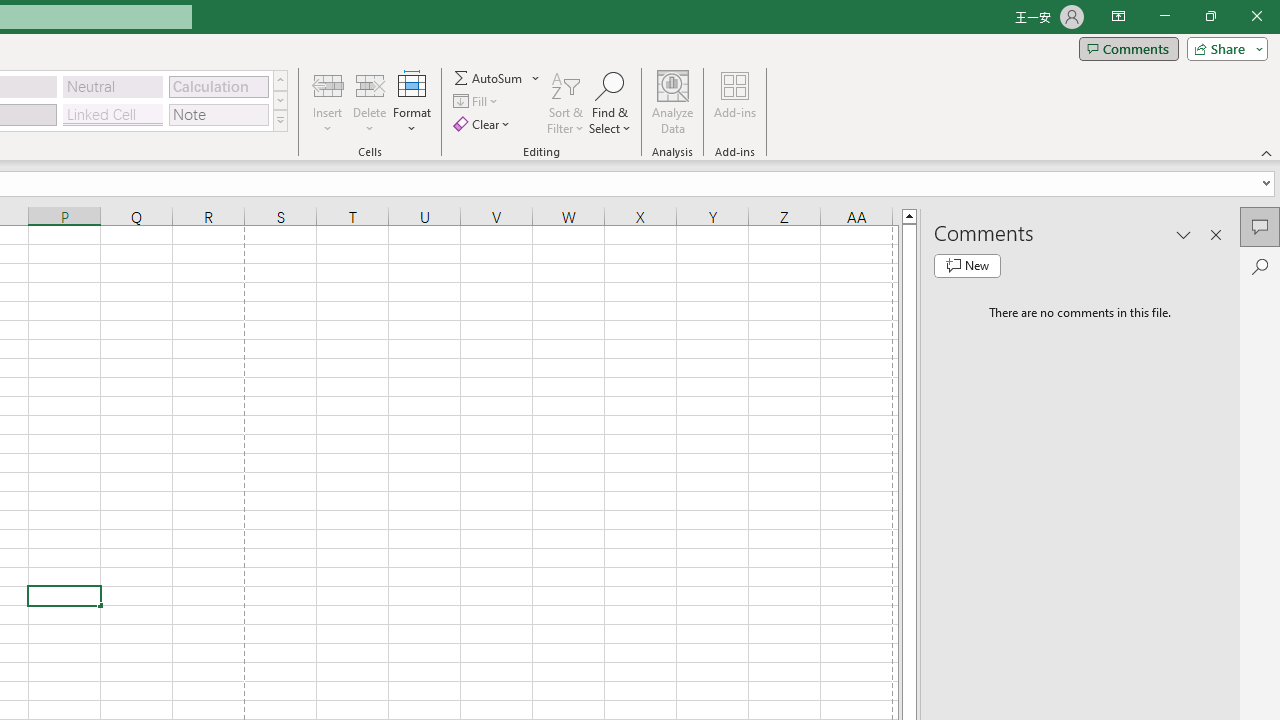 This screenshot has height=720, width=1280. Describe the element at coordinates (1222, 47) in the screenshot. I see `'Share'` at that location.